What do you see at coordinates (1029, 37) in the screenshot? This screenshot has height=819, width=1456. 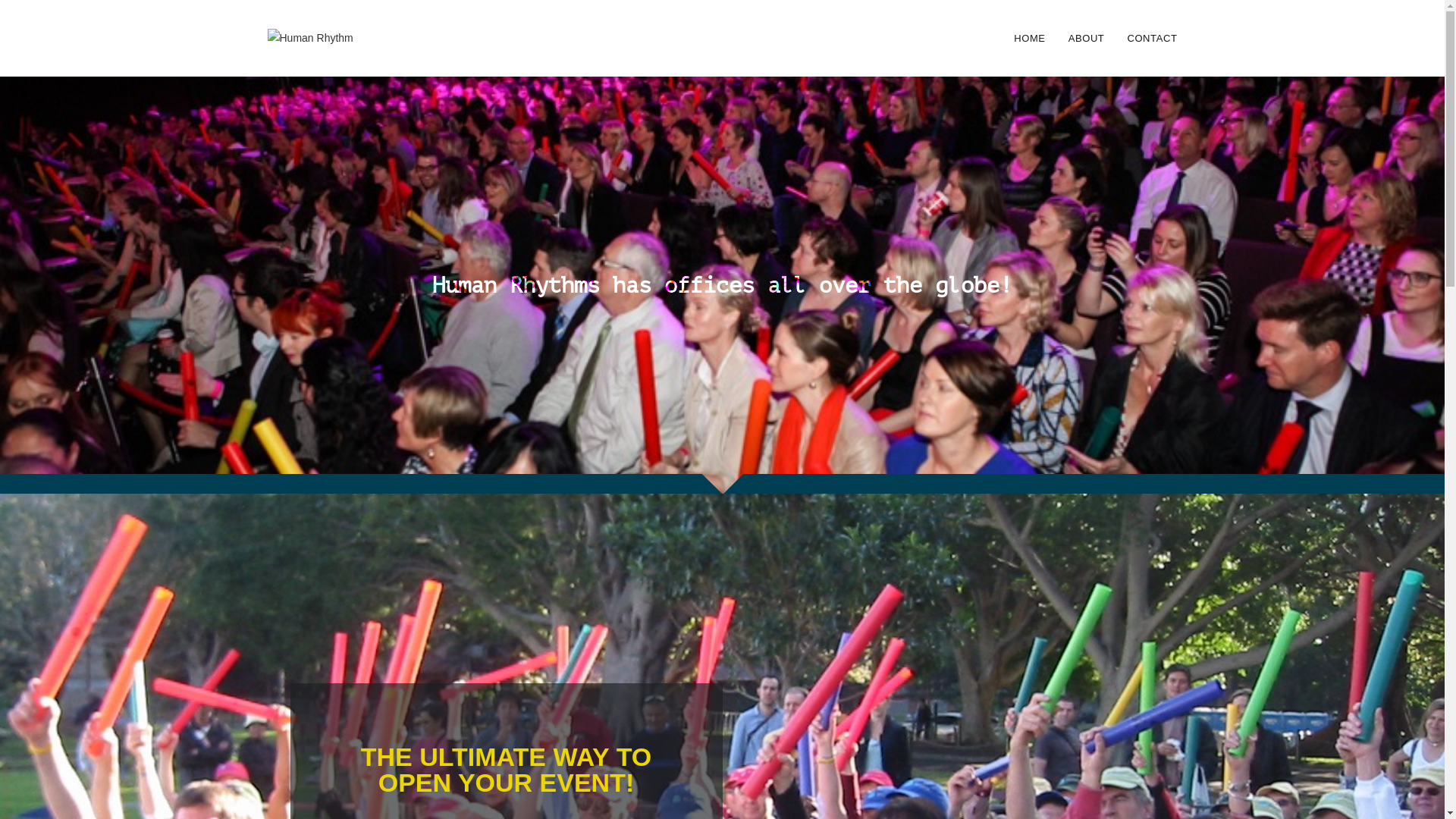 I see `'HOME'` at bounding box center [1029, 37].